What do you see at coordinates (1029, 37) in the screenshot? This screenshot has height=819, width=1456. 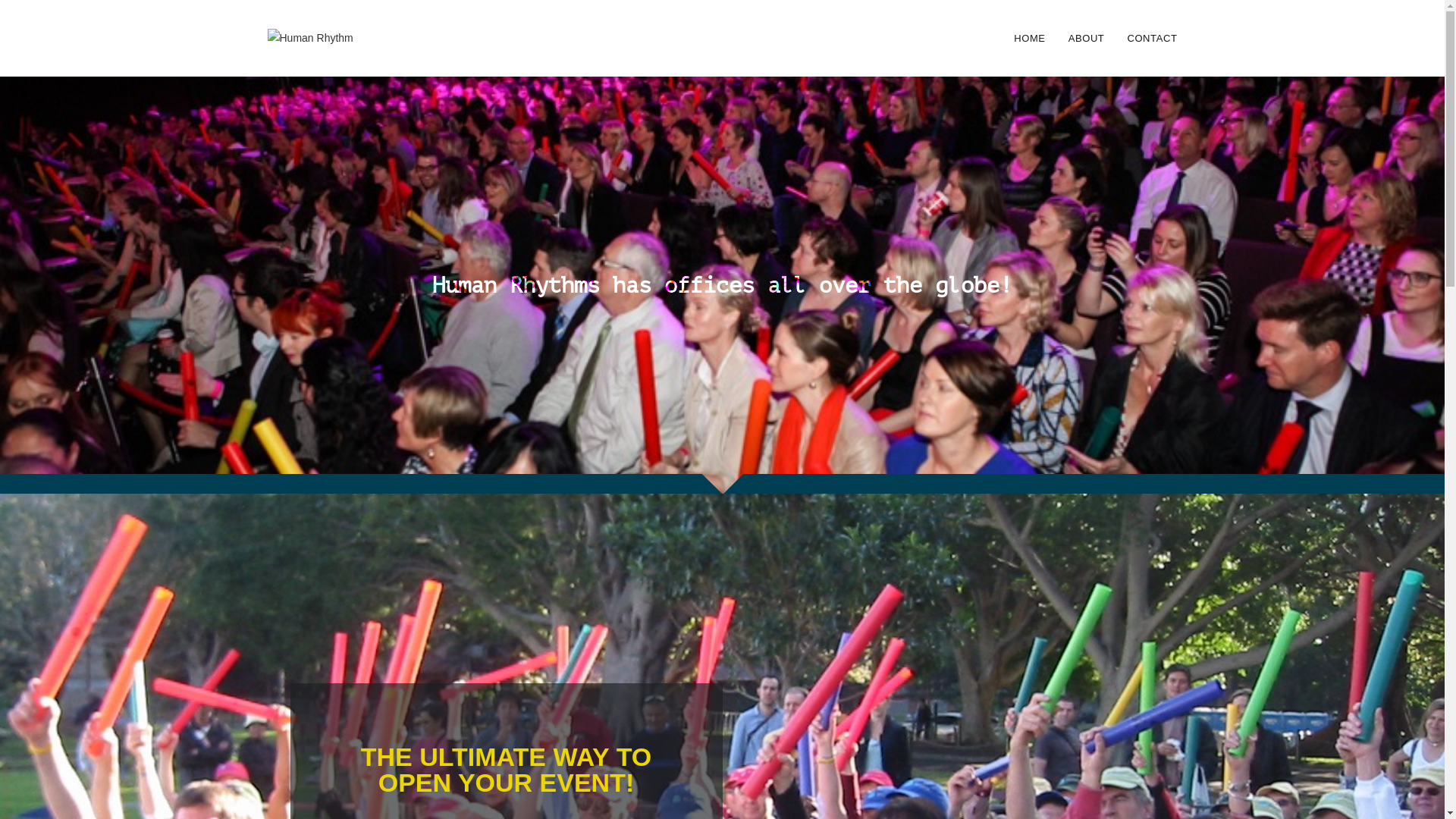 I see `'HOME'` at bounding box center [1029, 37].